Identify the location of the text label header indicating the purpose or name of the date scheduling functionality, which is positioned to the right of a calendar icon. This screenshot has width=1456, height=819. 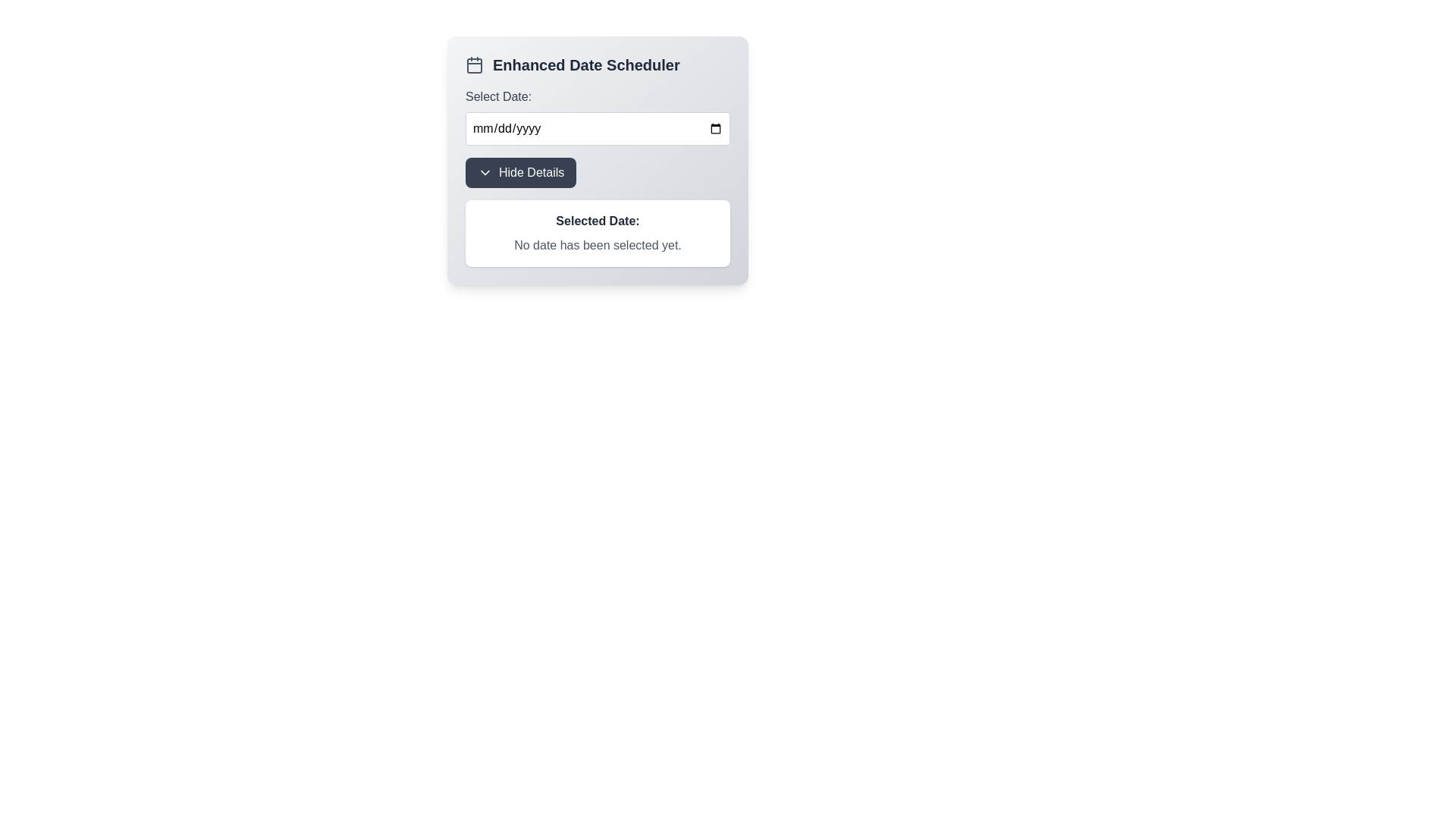
(585, 64).